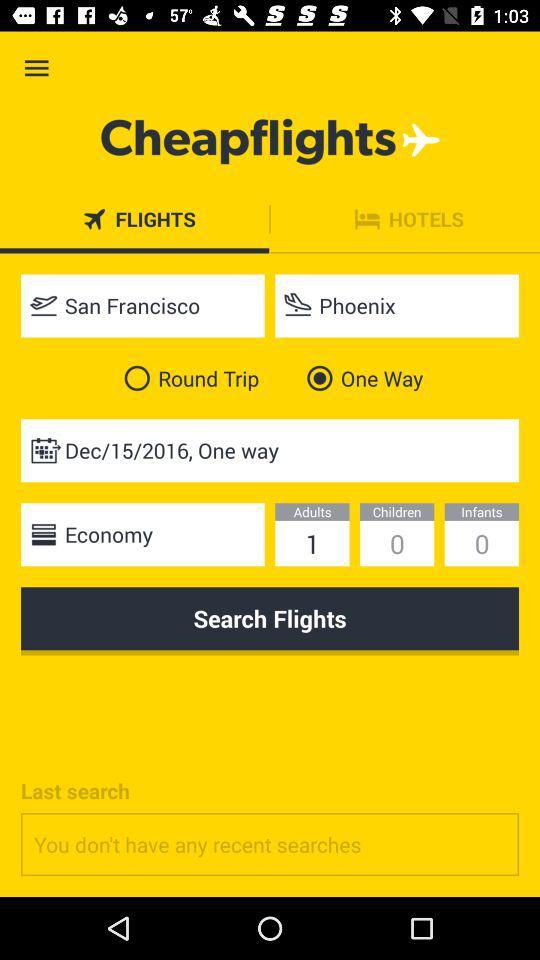 The width and height of the screenshot is (540, 960). Describe the element at coordinates (397, 305) in the screenshot. I see `the icon above one way` at that location.